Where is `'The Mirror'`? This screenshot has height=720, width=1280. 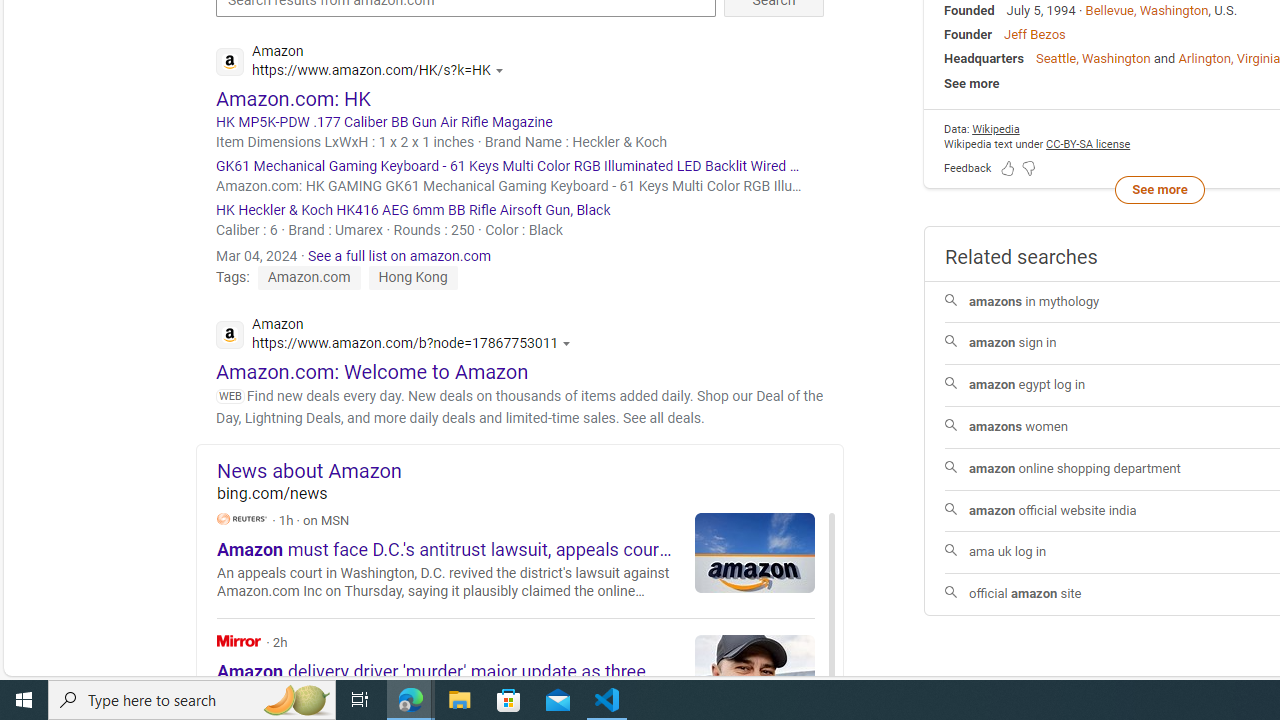
'The Mirror' is located at coordinates (239, 640).